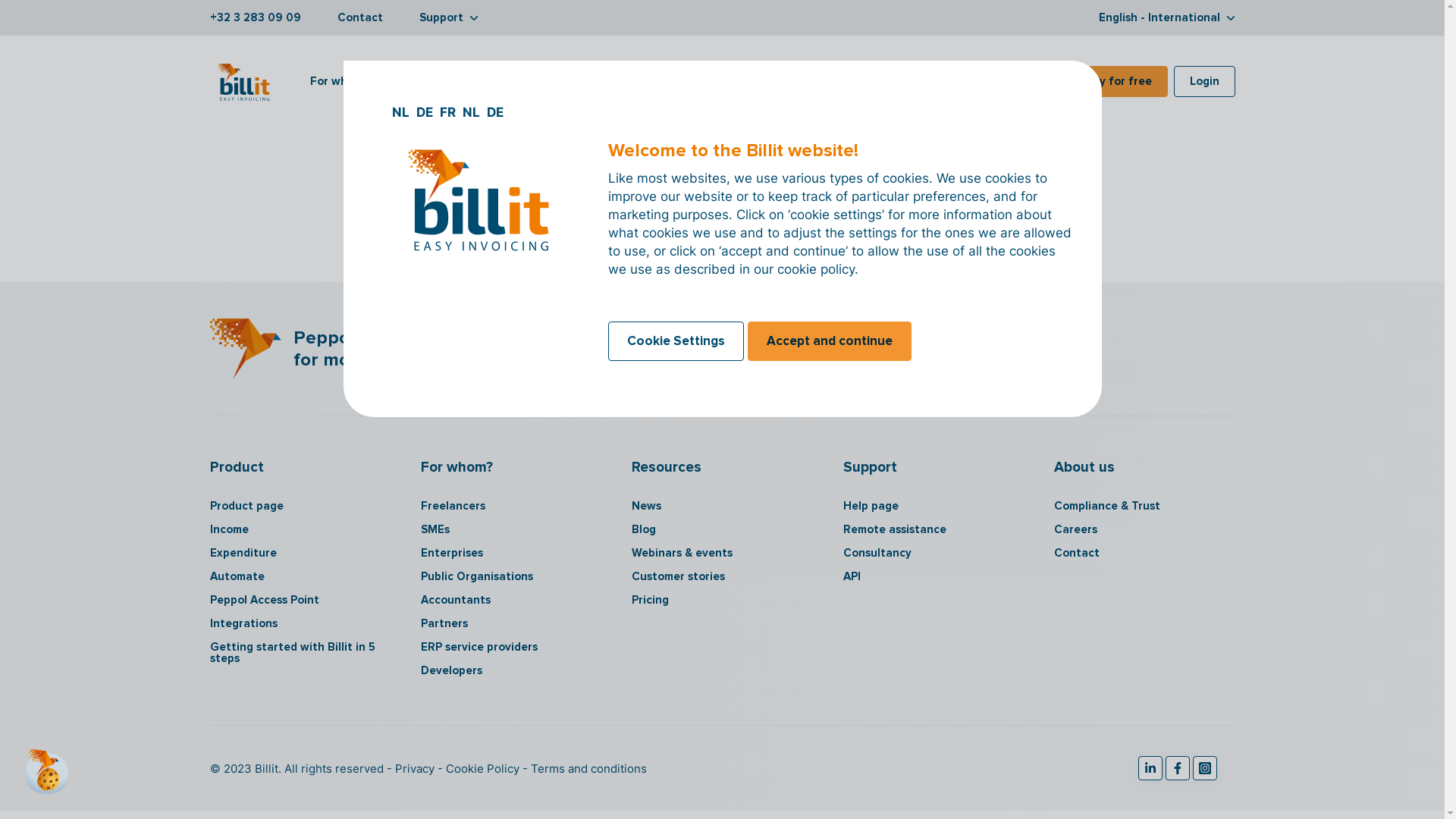 Image resolution: width=1456 pixels, height=819 pixels. What do you see at coordinates (472, 111) in the screenshot?
I see `'NL'` at bounding box center [472, 111].